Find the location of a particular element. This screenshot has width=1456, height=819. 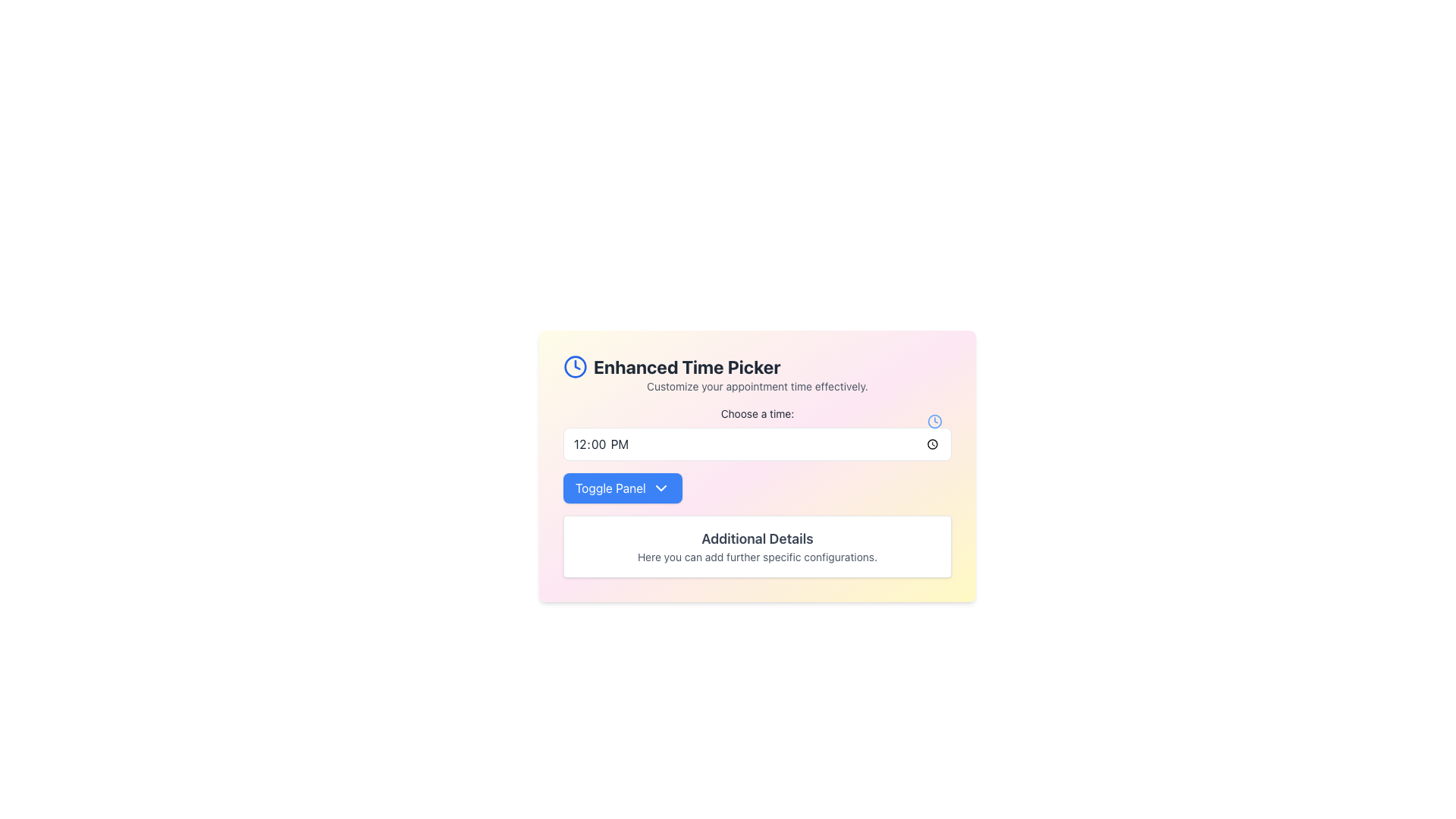

the clock-shaped icon with a blue outline located to the left of the heading 'Enhanced Time Picker' is located at coordinates (574, 366).